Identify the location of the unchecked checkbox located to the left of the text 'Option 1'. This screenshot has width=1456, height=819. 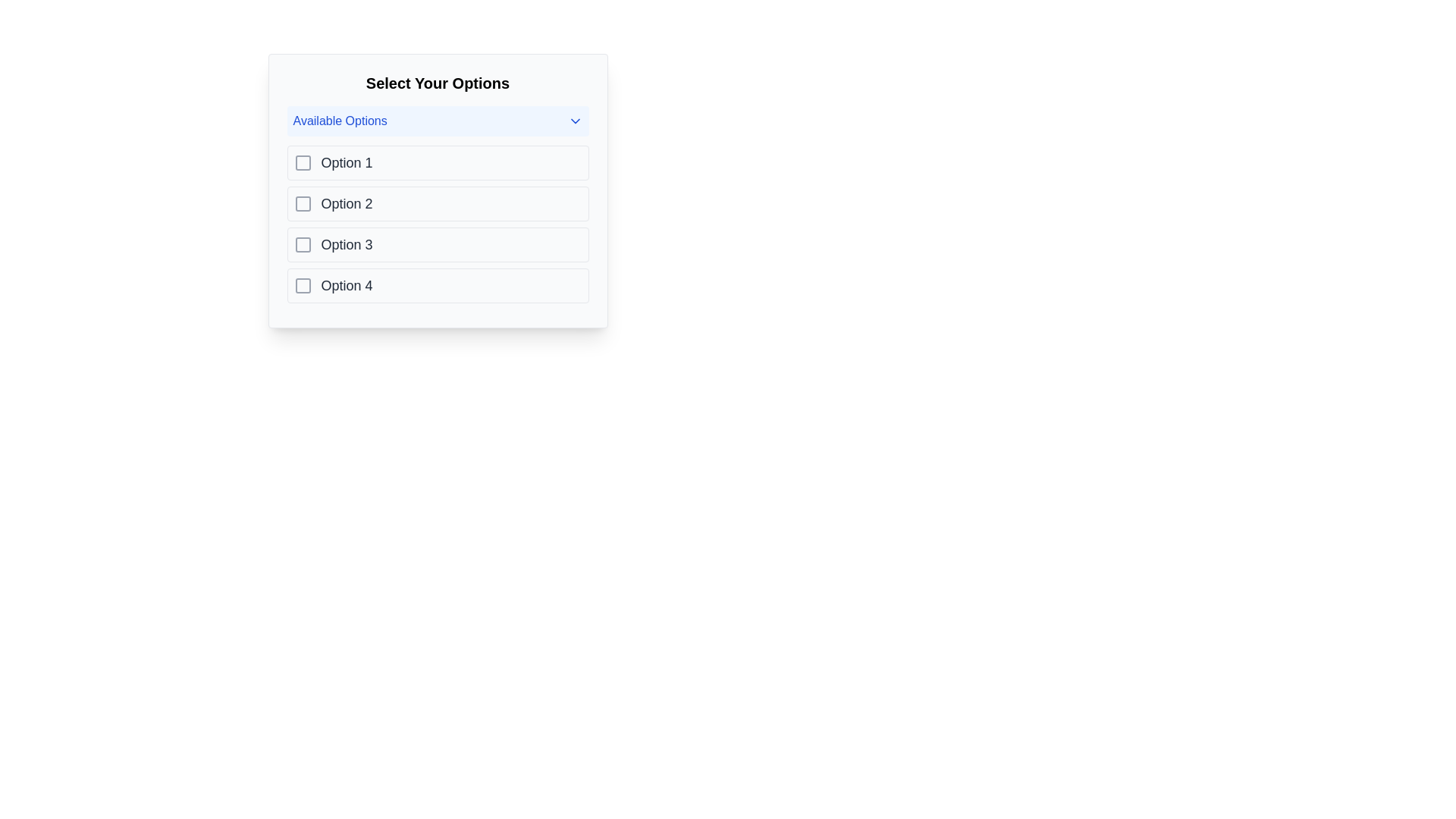
(303, 163).